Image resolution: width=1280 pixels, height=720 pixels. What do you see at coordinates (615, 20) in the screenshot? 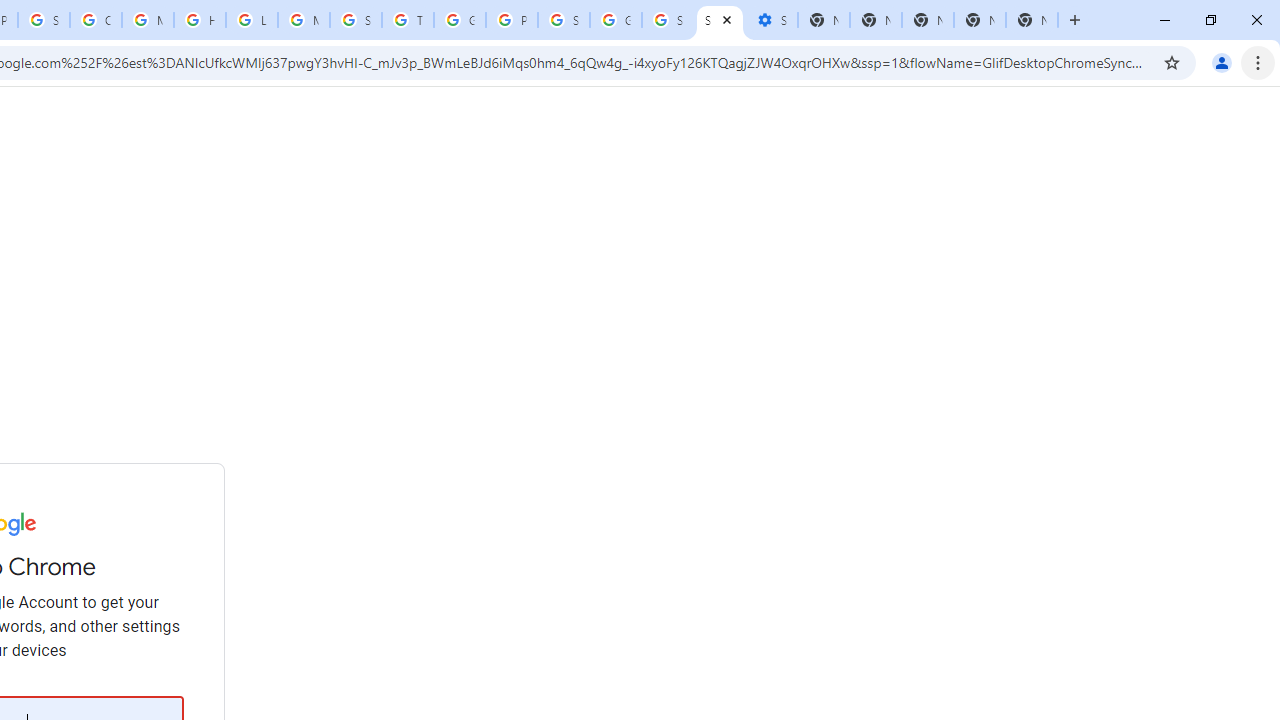
I see `'Google Cybersecurity Innovations - Google Safety Center'` at bounding box center [615, 20].